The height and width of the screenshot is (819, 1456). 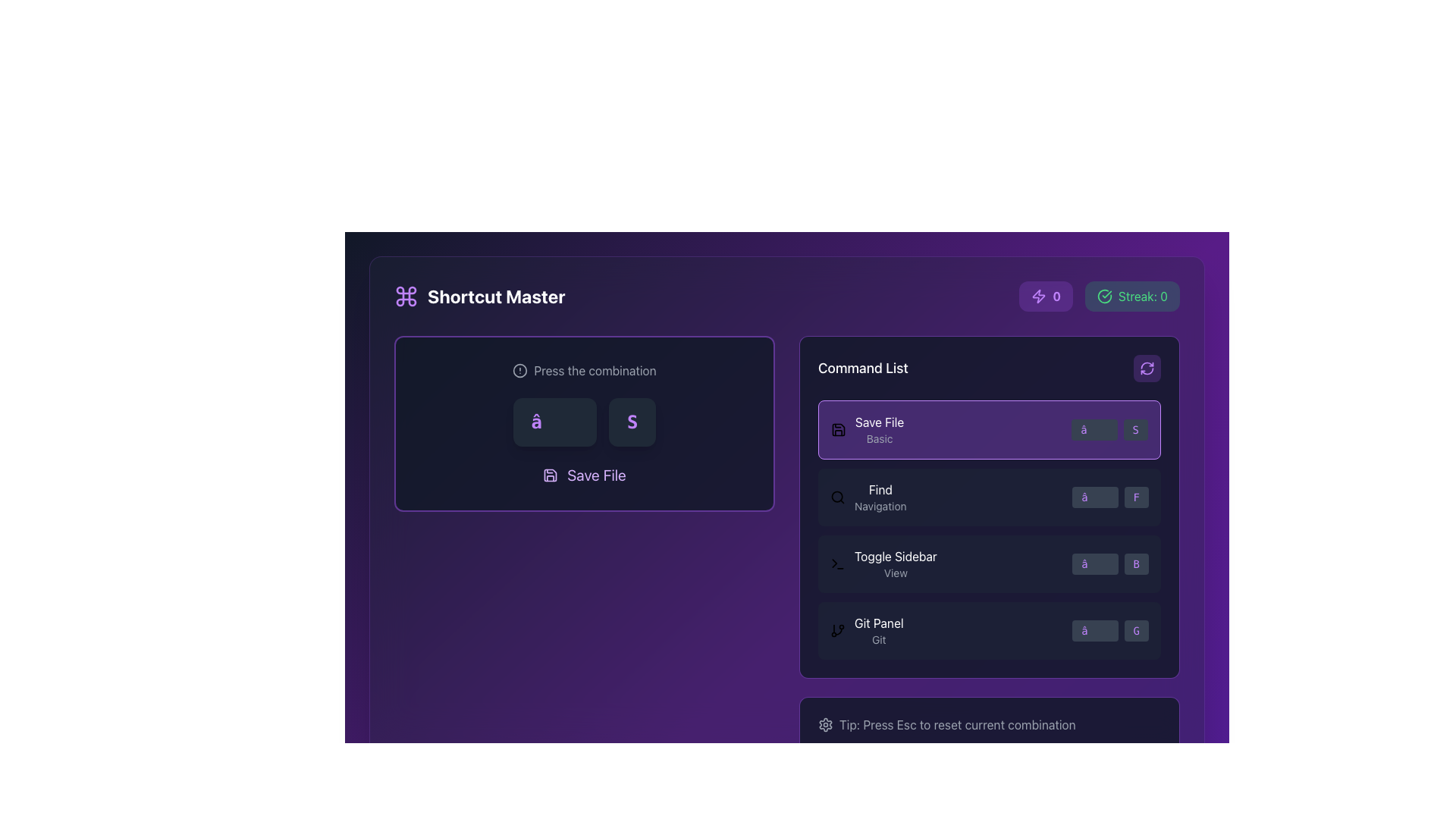 I want to click on the displayed number in the 'Lightning Points' Information Display Box located in the top-right corner of the interface, which is the first block from the left, so click(x=1045, y=296).